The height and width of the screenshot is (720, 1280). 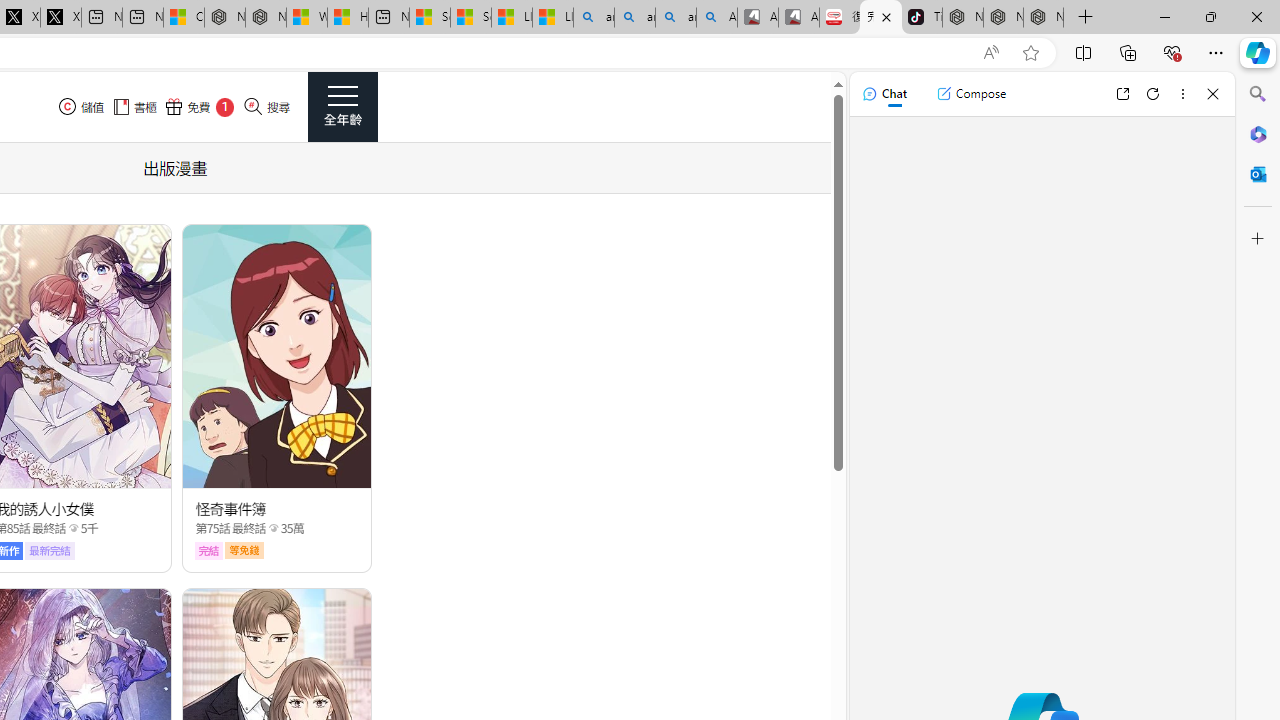 I want to click on 'Nordace - Best Sellers', so click(x=963, y=17).